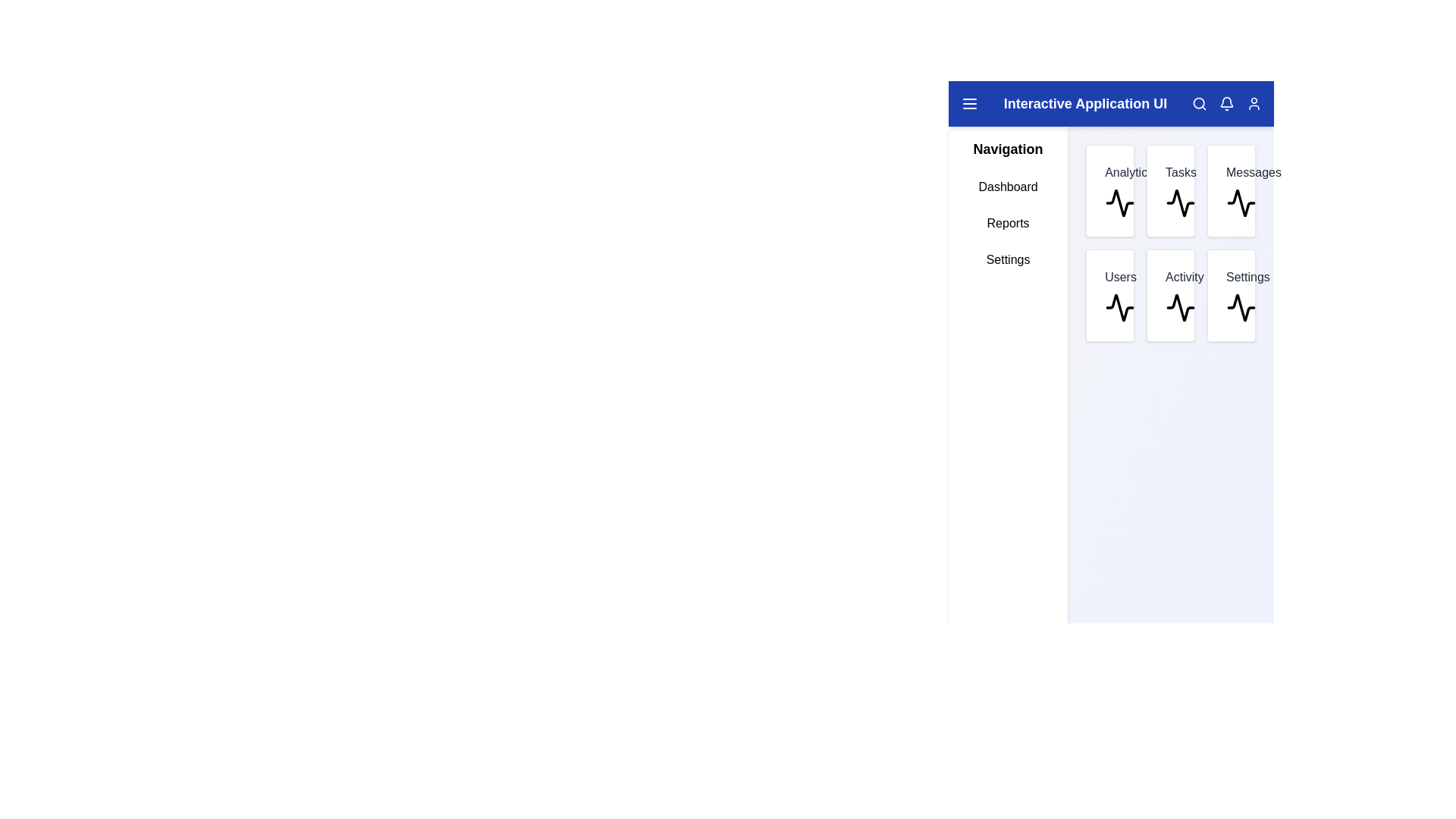 The width and height of the screenshot is (1456, 819). What do you see at coordinates (968, 103) in the screenshot?
I see `menu button to toggle the sidebar visibility` at bounding box center [968, 103].